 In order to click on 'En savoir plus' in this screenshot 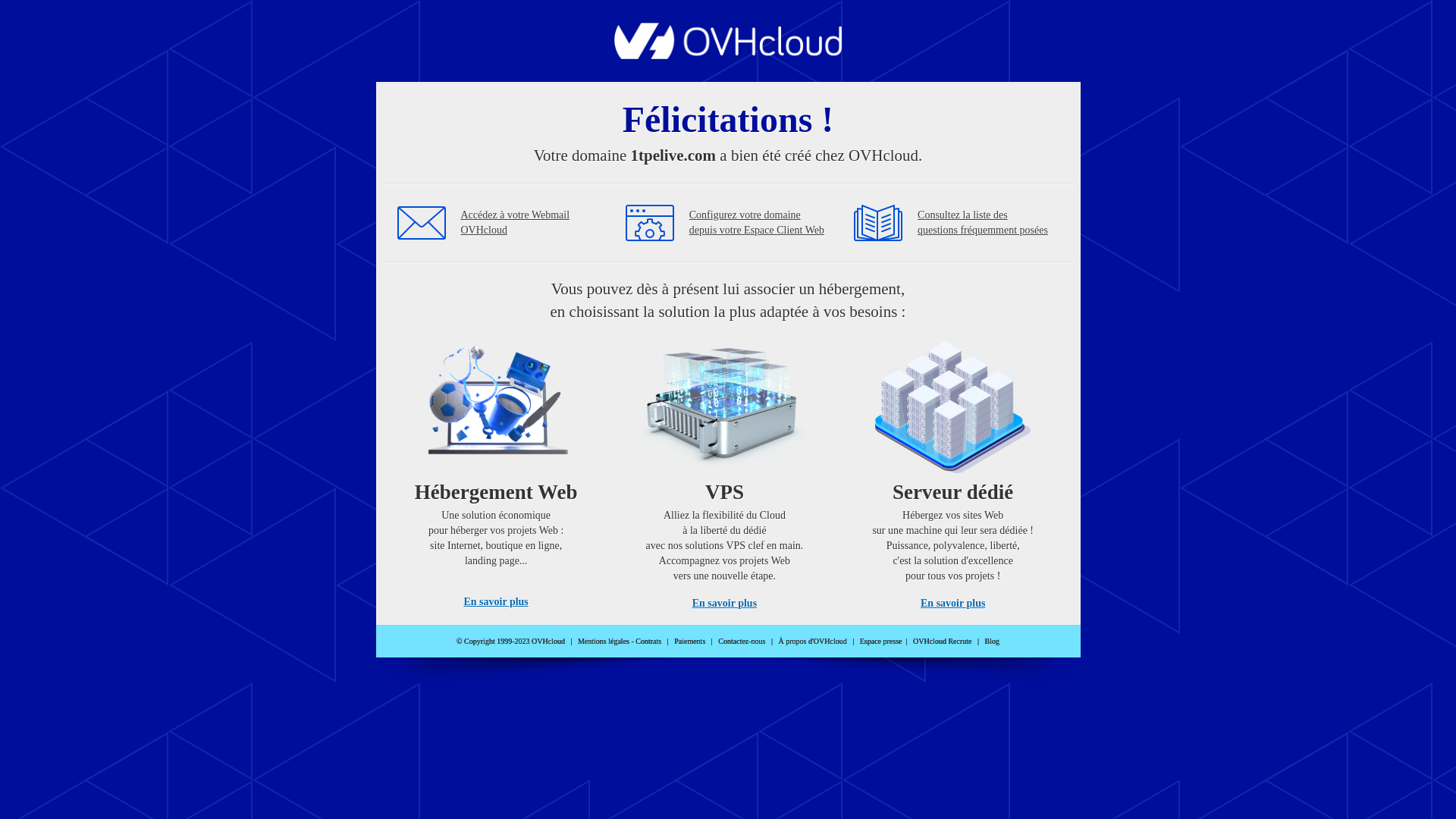, I will do `click(495, 601)`.